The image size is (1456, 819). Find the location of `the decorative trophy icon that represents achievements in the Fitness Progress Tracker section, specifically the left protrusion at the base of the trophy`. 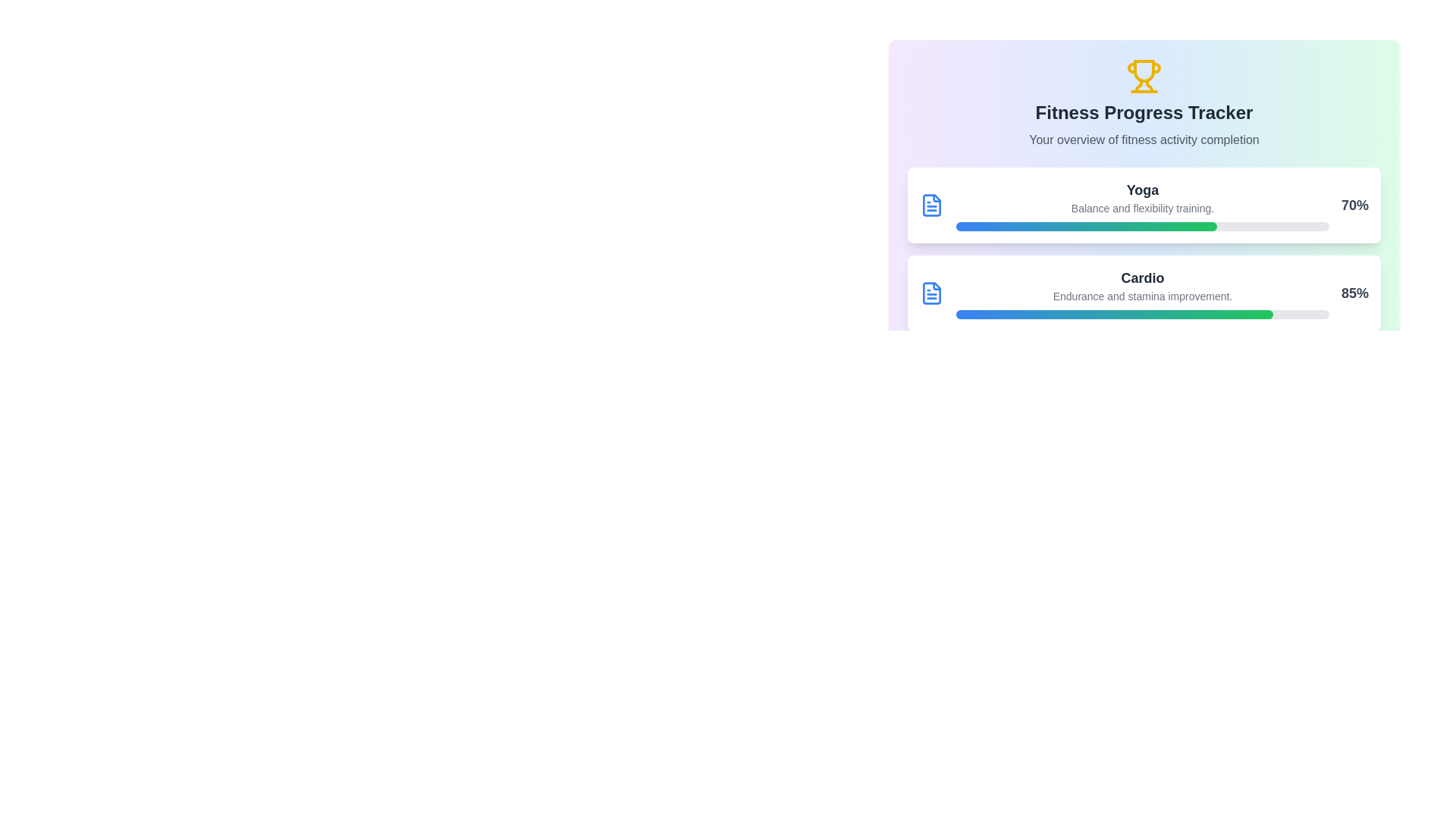

the decorative trophy icon that represents achievements in the Fitness Progress Tracker section, specifically the left protrusion at the base of the trophy is located at coordinates (1131, 67).